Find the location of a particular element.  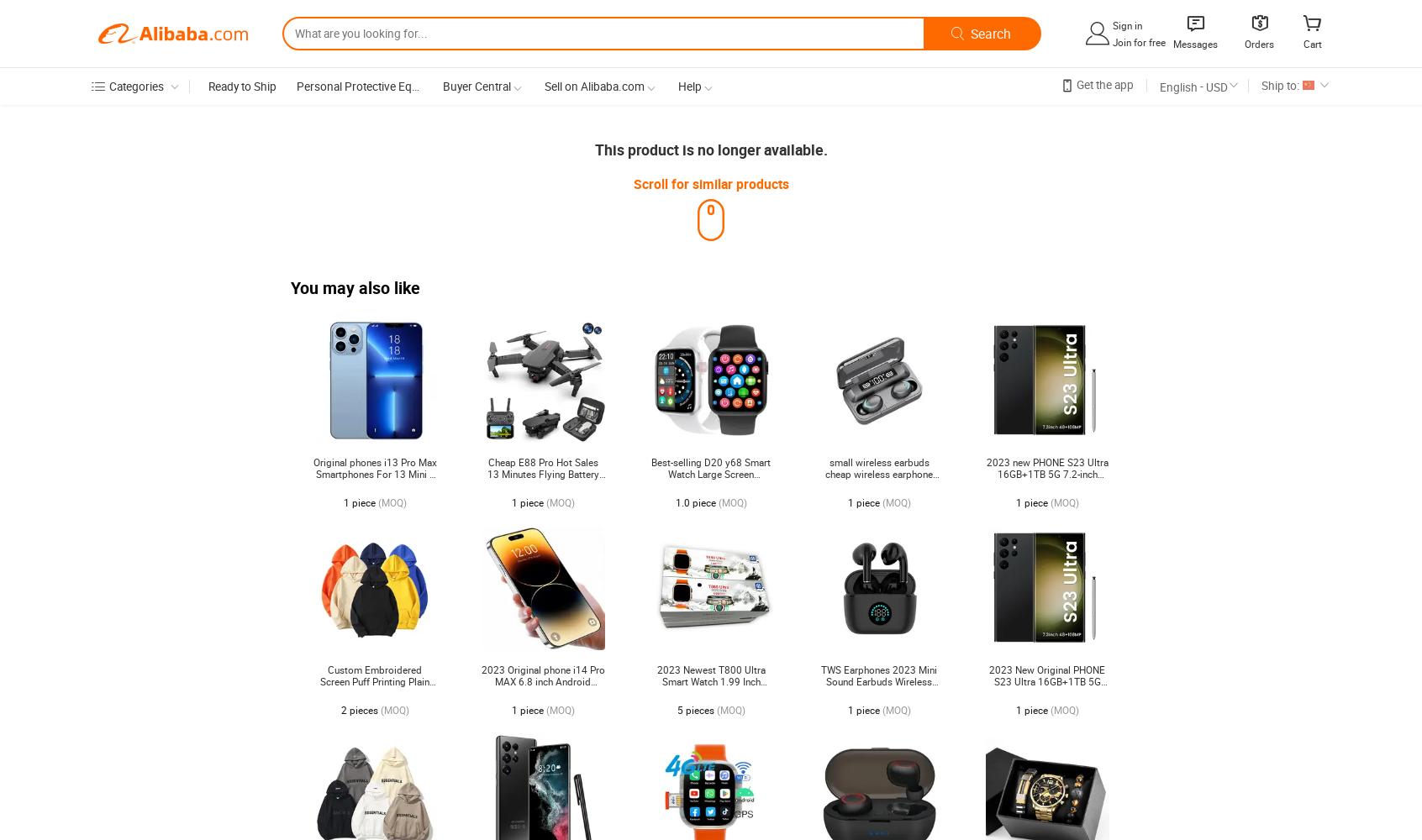

'Cheap E88 Pro Hot Sales 13 Minutes Flying Battery Long Range 4K Dual Camera Portable Small Foldable RC Drone' is located at coordinates (542, 485).